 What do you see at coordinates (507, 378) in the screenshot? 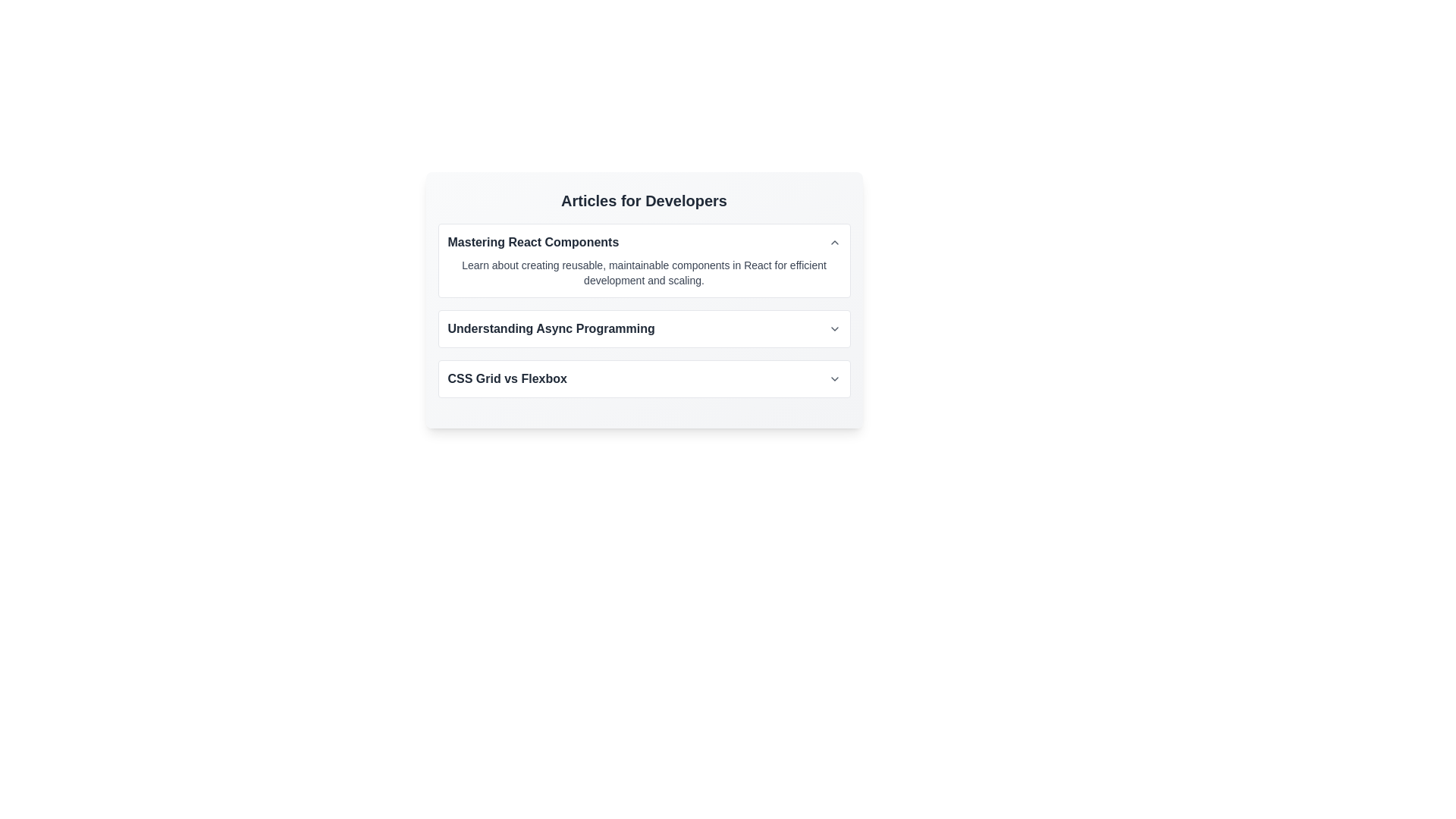
I see `the text label displaying 'CSS Grid vs Flexbox' in the Articles for Developers section` at bounding box center [507, 378].